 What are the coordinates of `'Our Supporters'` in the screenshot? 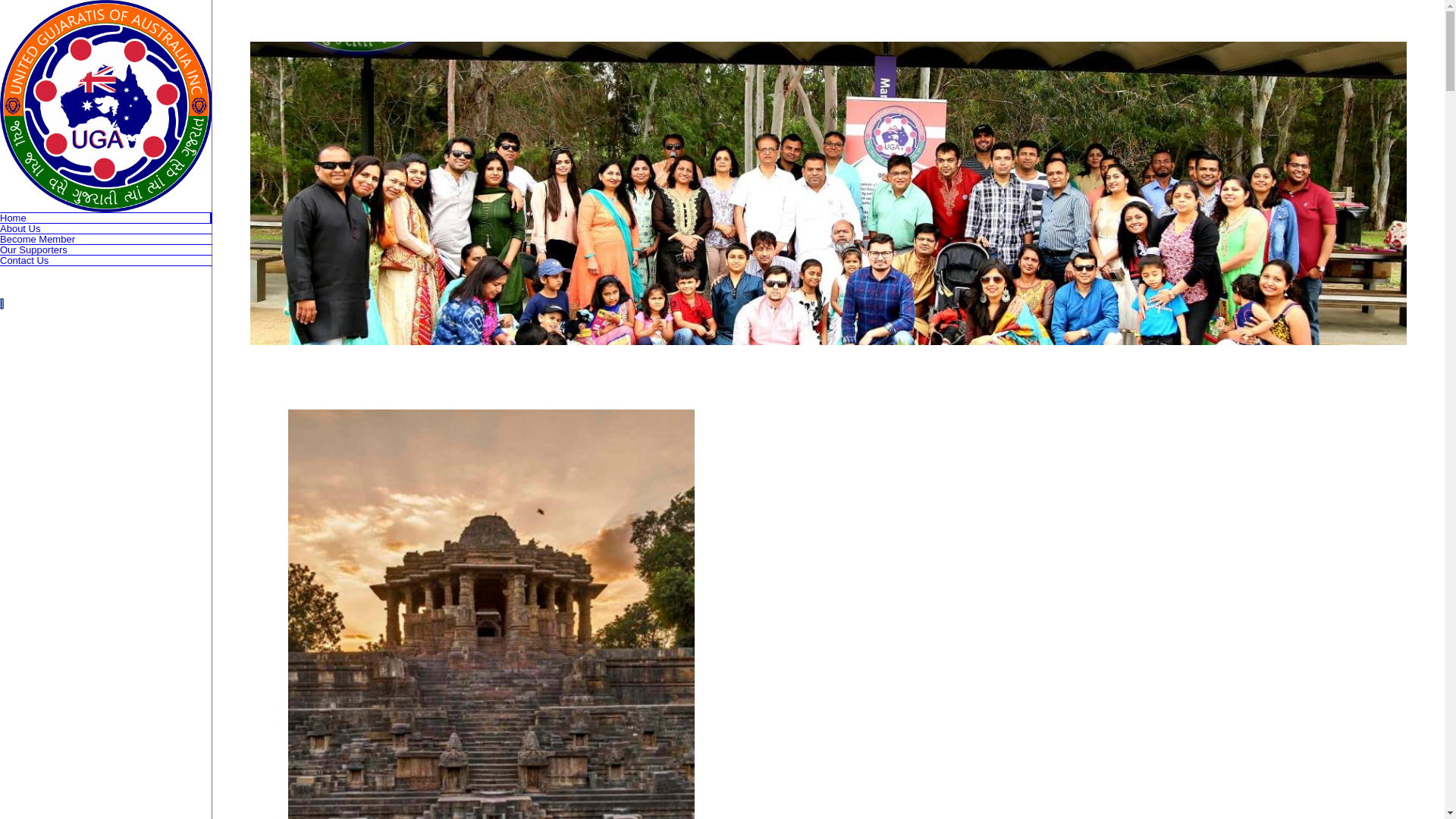 It's located at (0, 249).